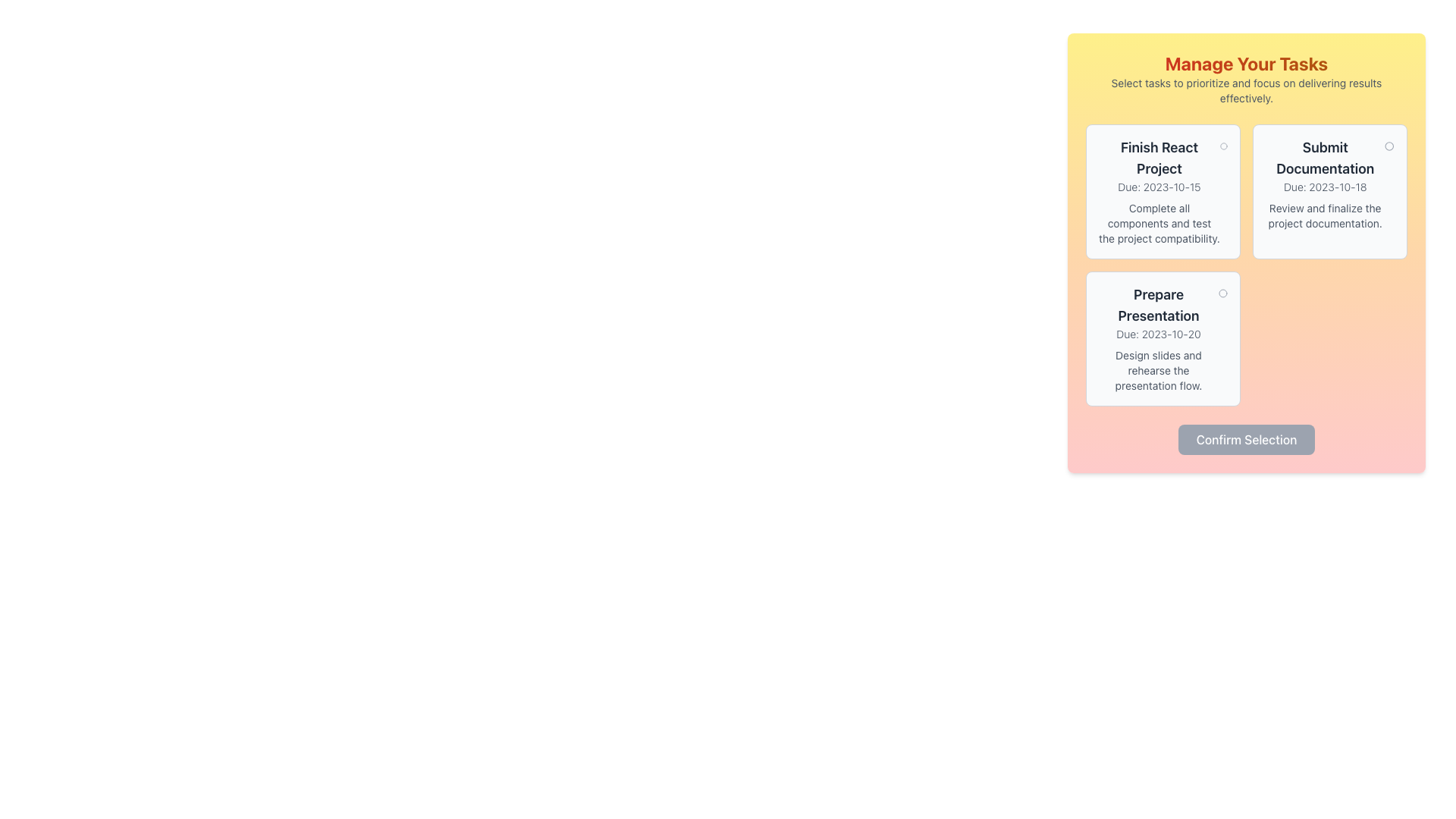  Describe the element at coordinates (1246, 90) in the screenshot. I see `the instructional text 'Select tasks to prioritize and focus on delivering results effectively', which is located beneath the heading 'Manage Your Tasks'` at that location.